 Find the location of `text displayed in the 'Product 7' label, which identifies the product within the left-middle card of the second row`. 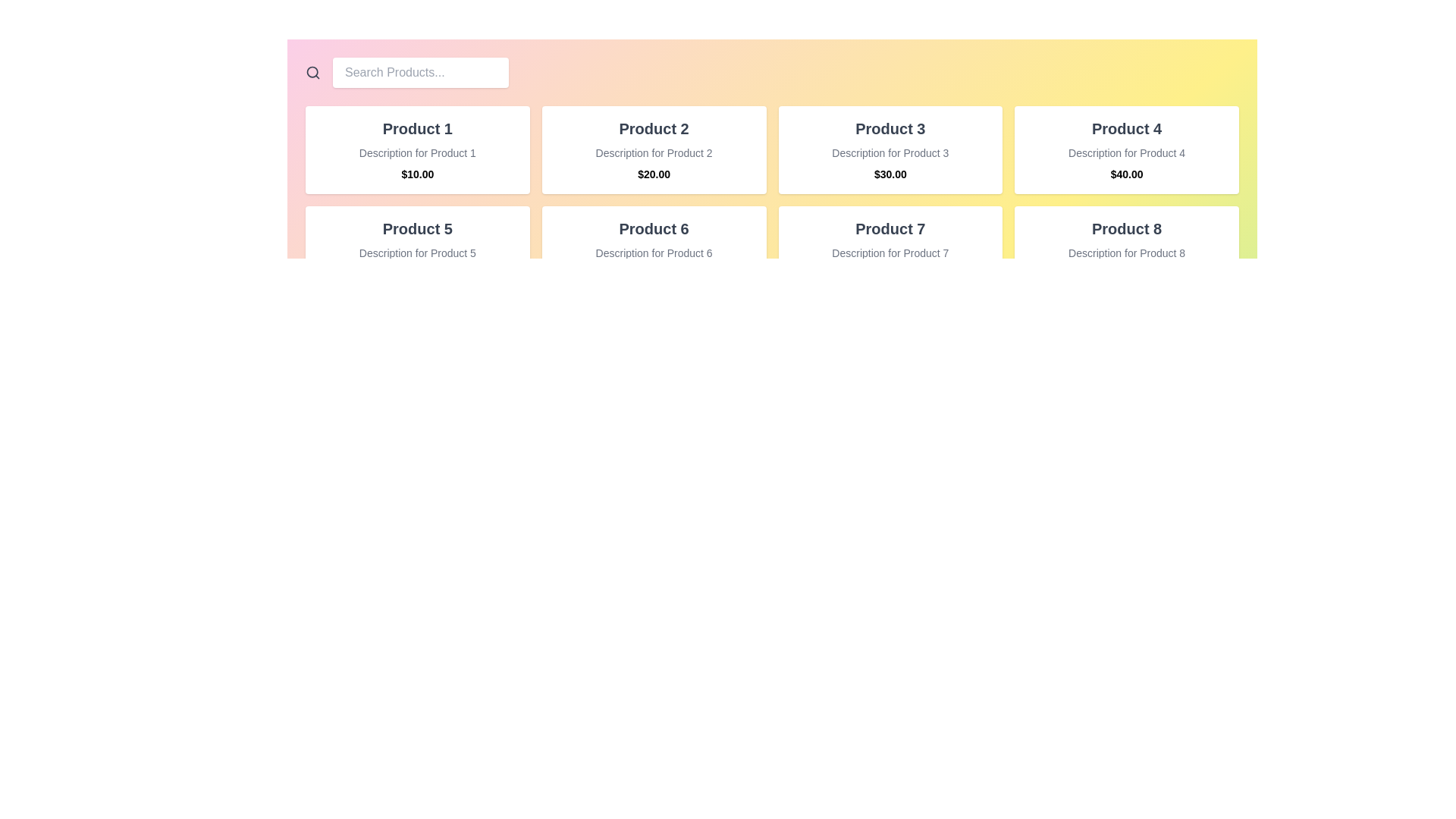

text displayed in the 'Product 7' label, which identifies the product within the left-middle card of the second row is located at coordinates (890, 228).